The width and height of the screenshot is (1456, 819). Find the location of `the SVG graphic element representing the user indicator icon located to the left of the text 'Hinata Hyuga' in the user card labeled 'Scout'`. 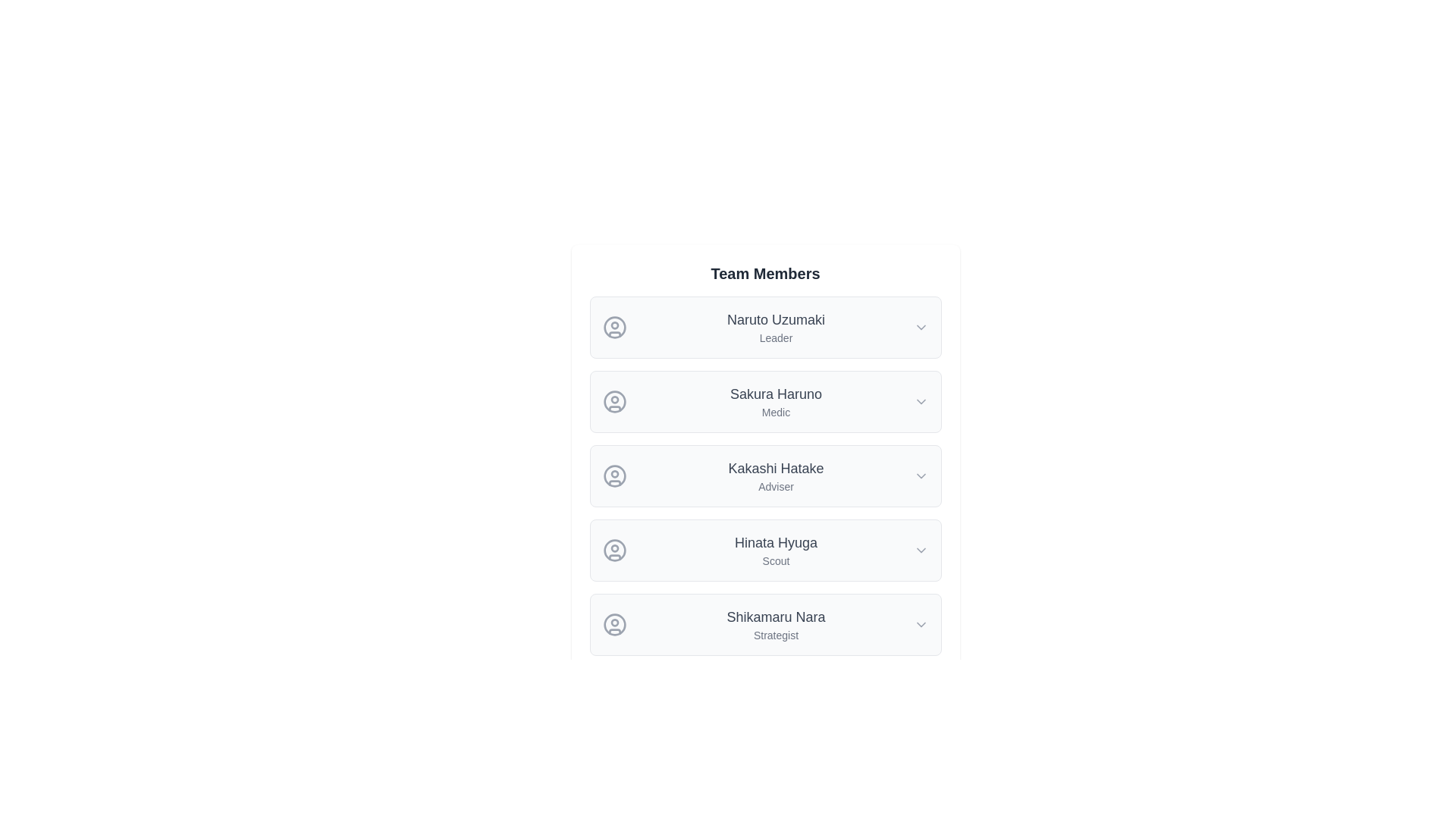

the SVG graphic element representing the user indicator icon located to the left of the text 'Hinata Hyuga' in the user card labeled 'Scout' is located at coordinates (614, 550).